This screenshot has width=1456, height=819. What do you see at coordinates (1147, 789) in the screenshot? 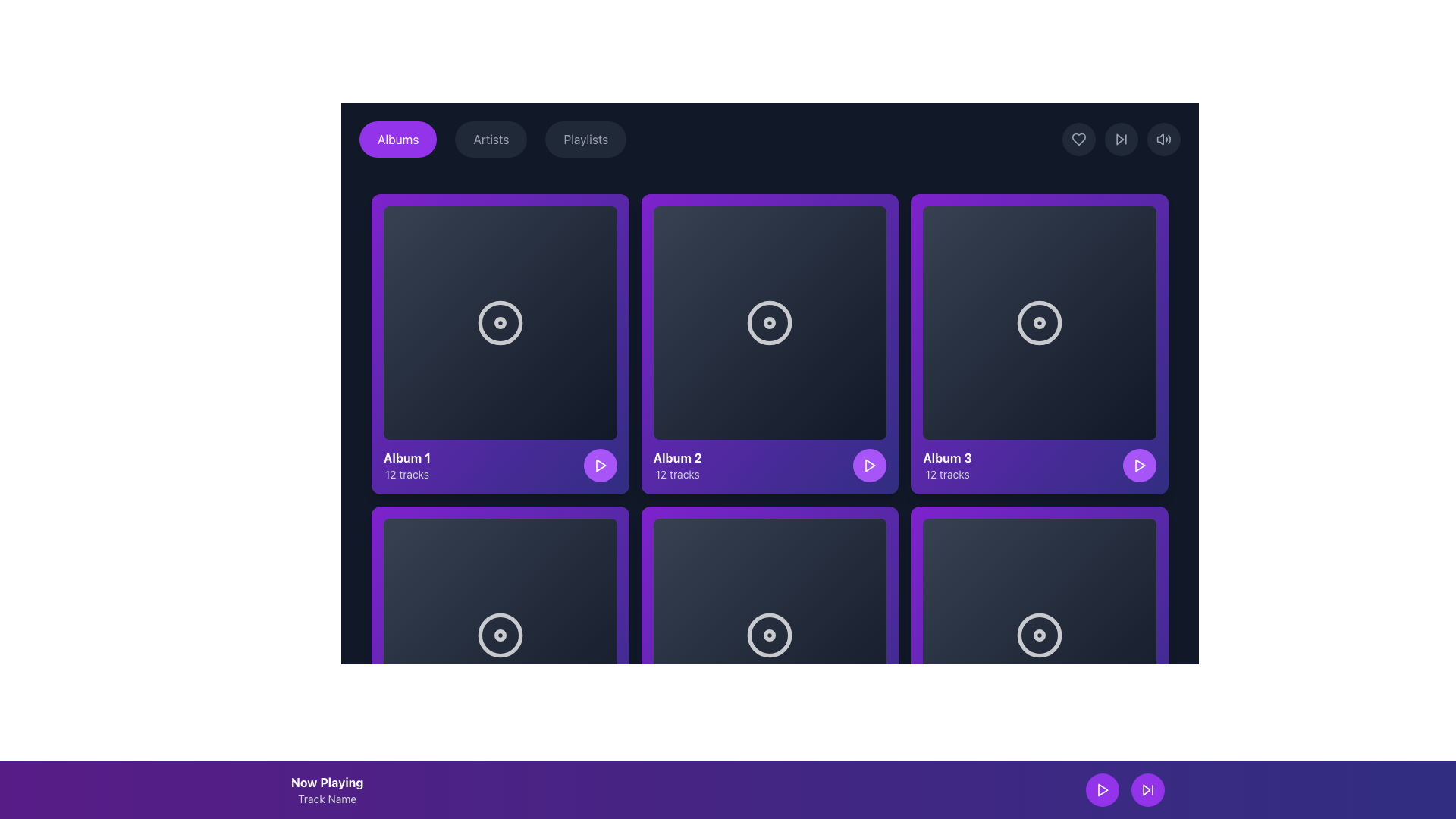
I see `keyboard navigation` at bounding box center [1147, 789].